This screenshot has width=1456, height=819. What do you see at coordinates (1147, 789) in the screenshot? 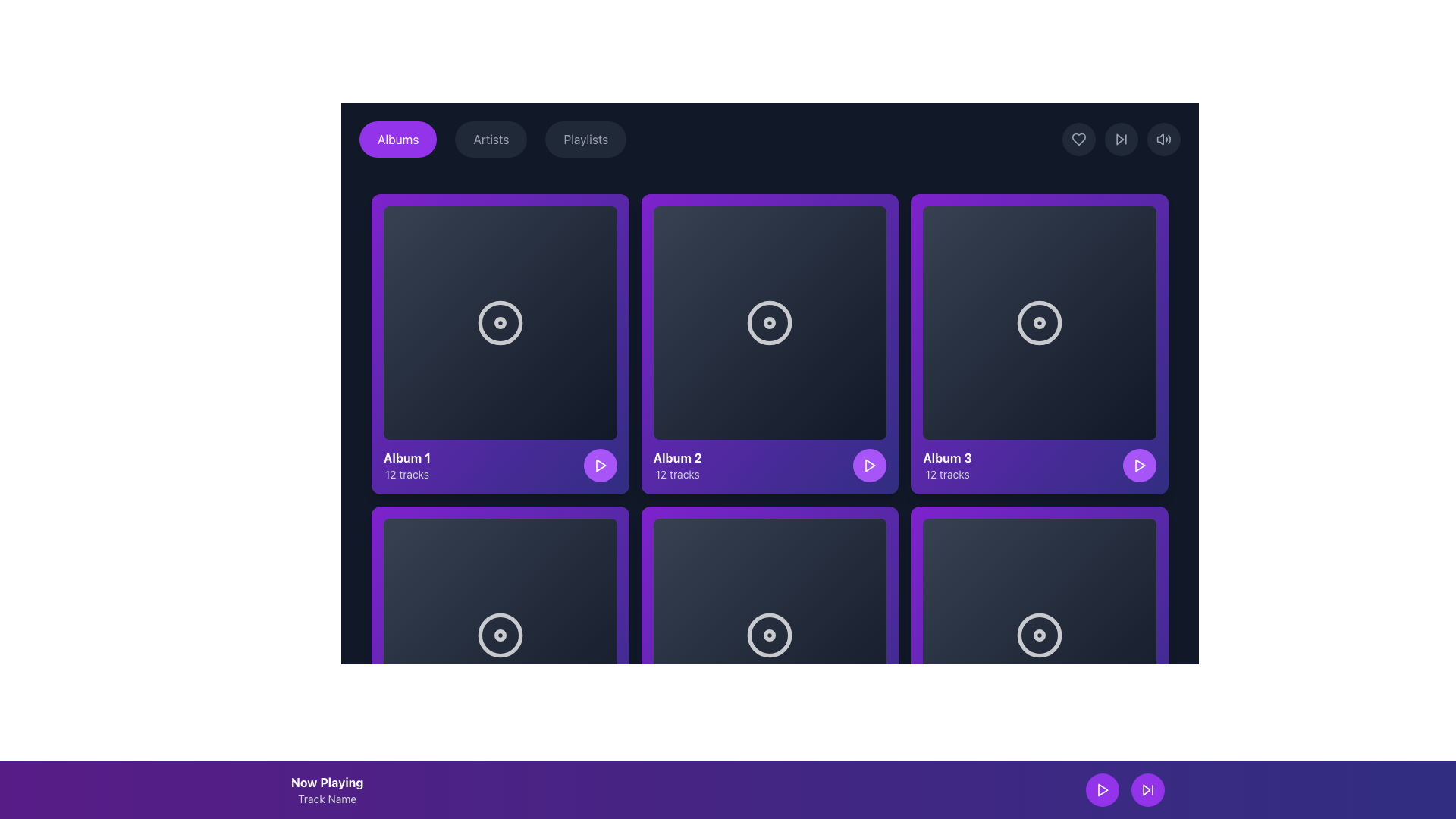
I see `keyboard navigation` at bounding box center [1147, 789].